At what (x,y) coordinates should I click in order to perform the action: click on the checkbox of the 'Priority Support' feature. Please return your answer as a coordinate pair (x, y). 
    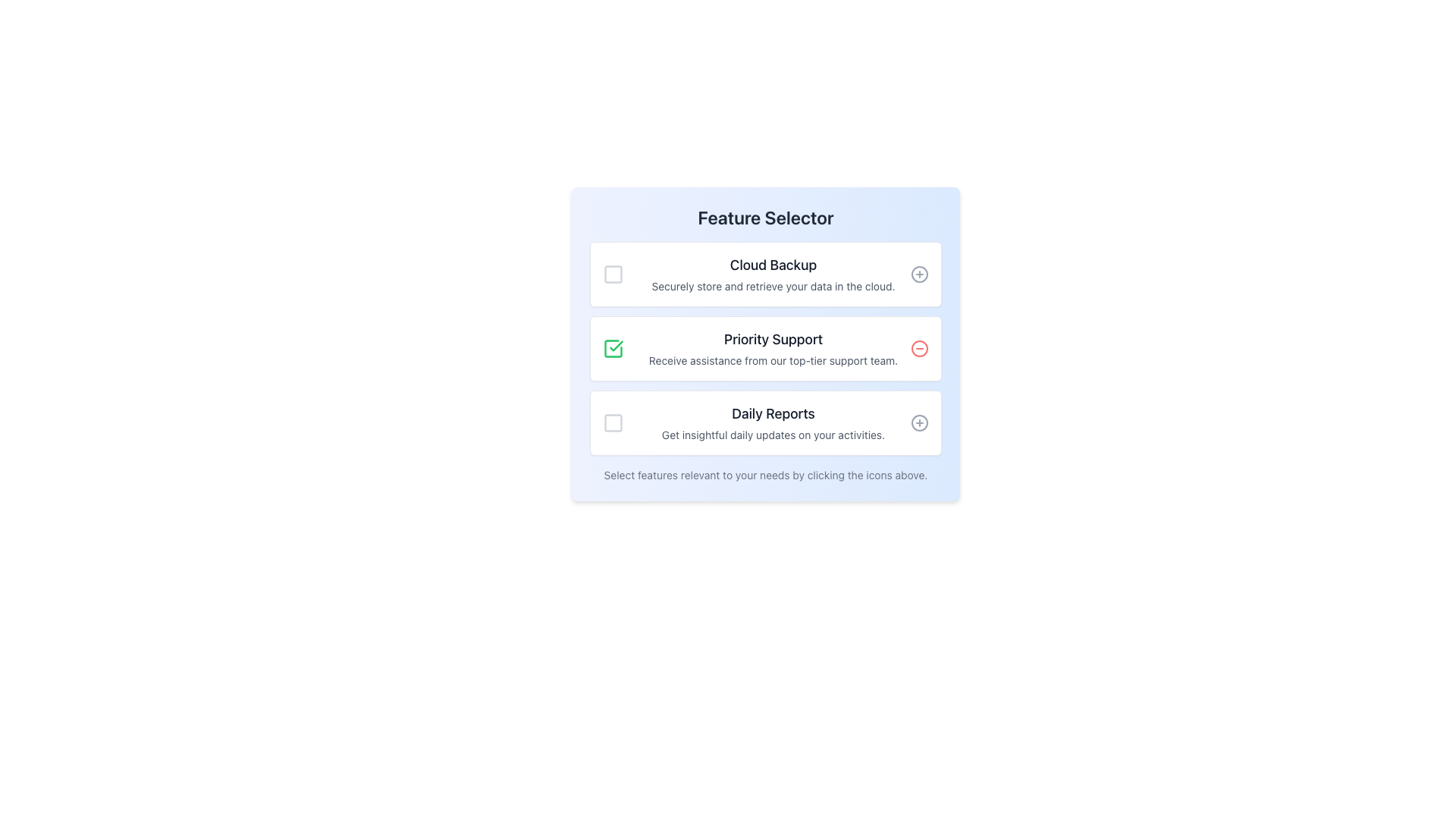
    Looking at the image, I should click on (765, 348).